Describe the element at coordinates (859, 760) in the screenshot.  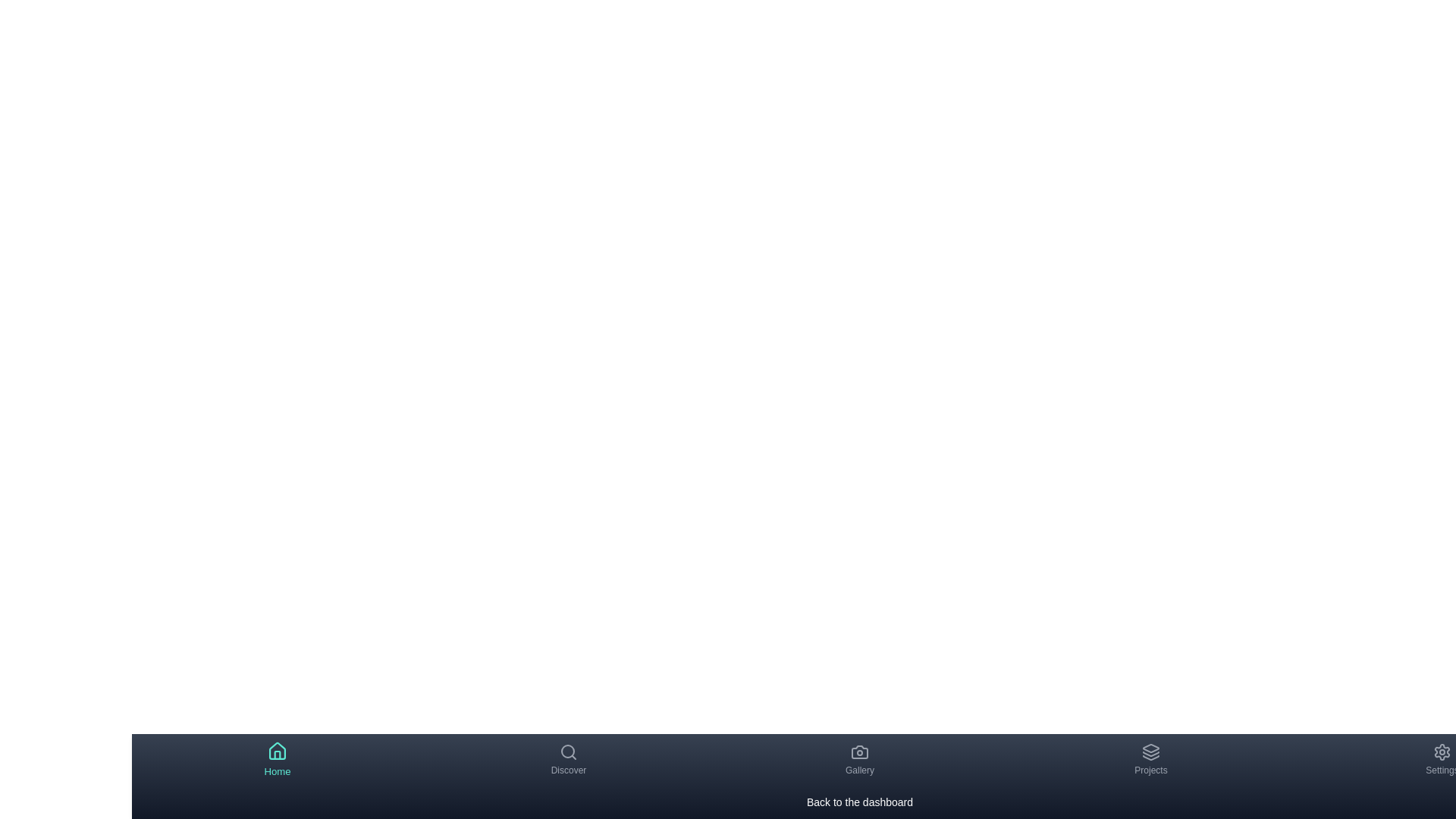
I see `the Gallery tab by clicking on its navigation item` at that location.